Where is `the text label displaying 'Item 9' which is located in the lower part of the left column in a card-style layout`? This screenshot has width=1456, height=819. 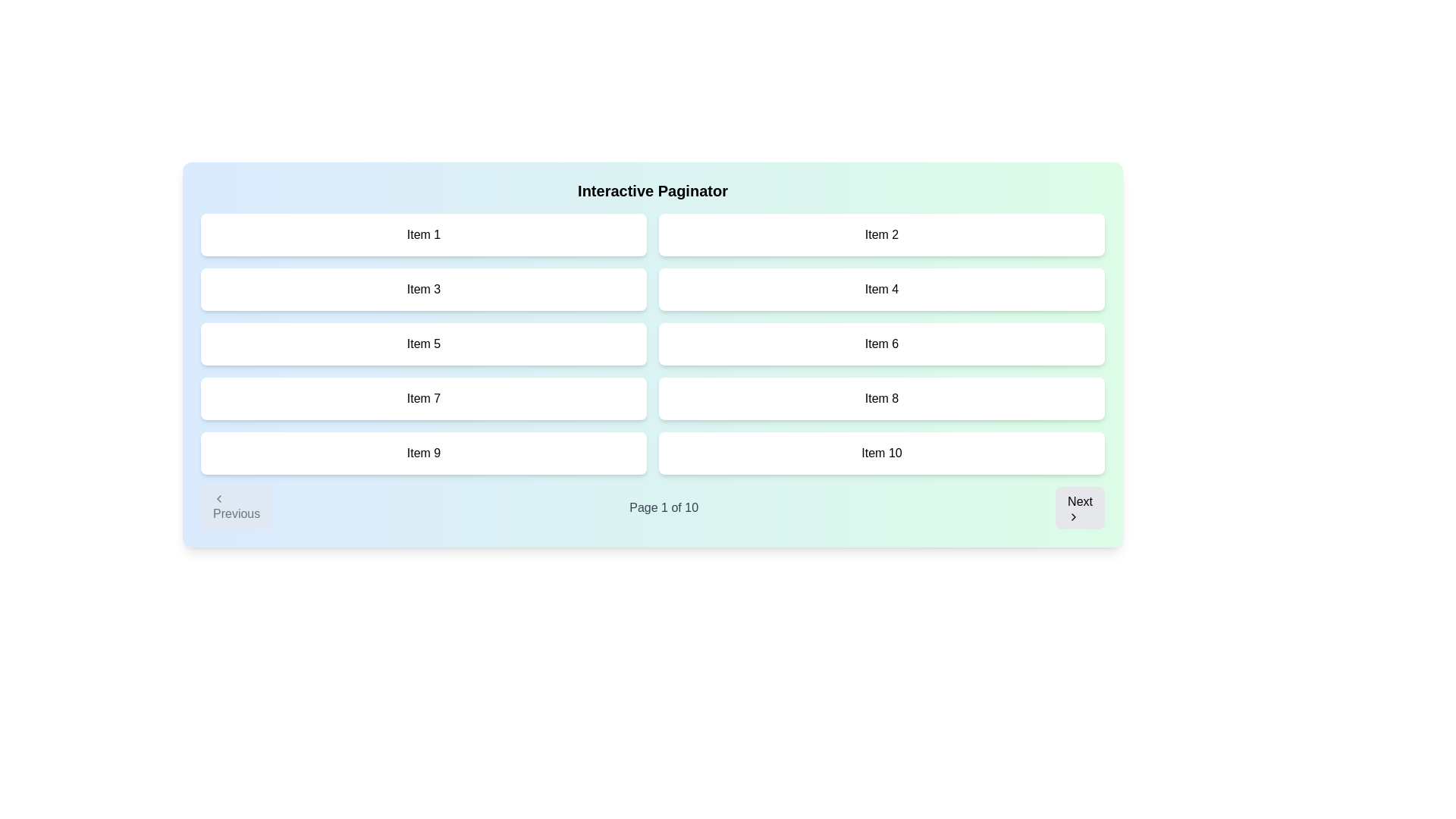 the text label displaying 'Item 9' which is located in the lower part of the left column in a card-style layout is located at coordinates (423, 452).